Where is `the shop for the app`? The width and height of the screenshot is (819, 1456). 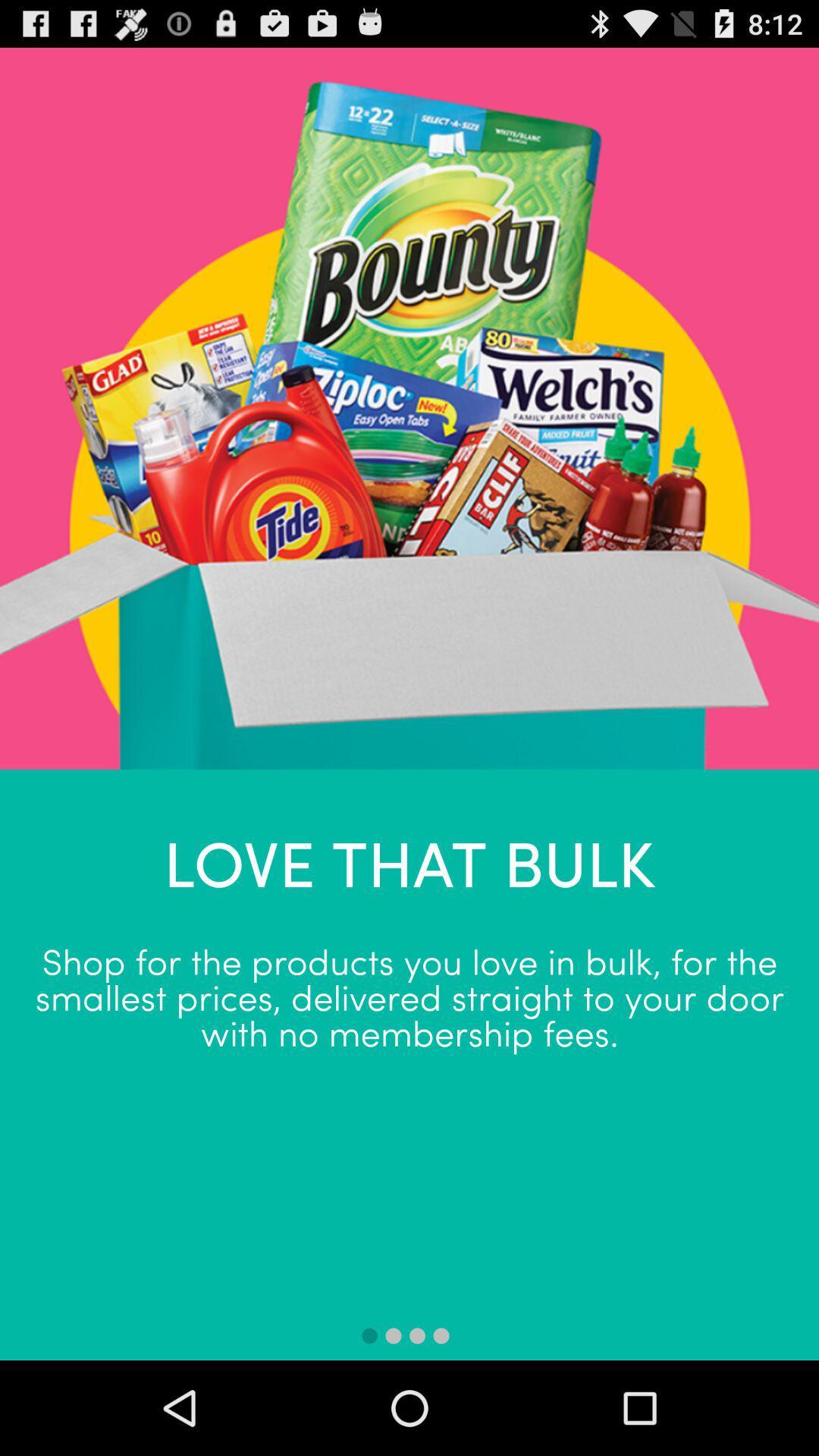 the shop for the app is located at coordinates (409, 996).